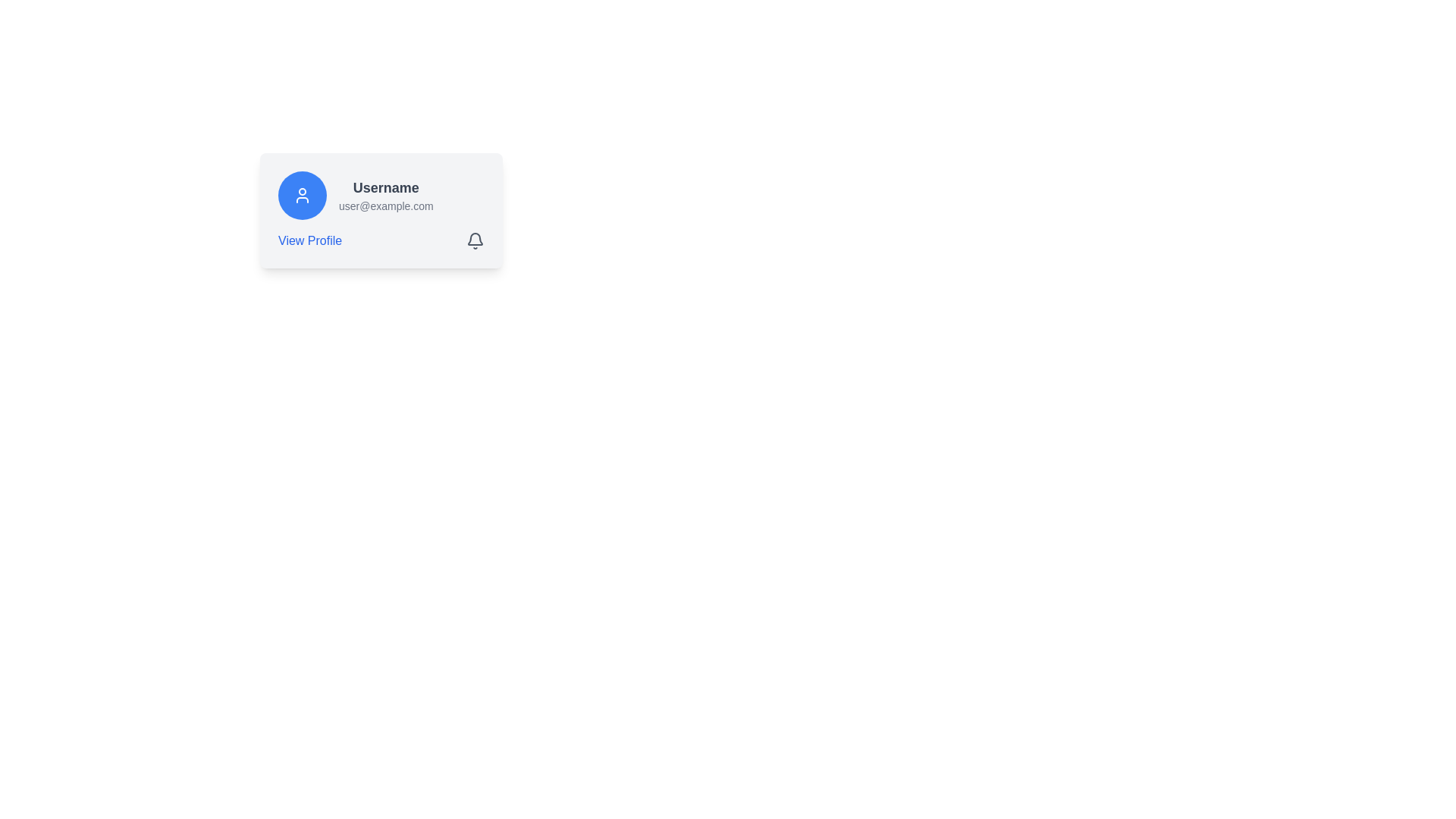 Image resolution: width=1456 pixels, height=819 pixels. I want to click on the user icon represented within a rounded blue button, located towards the left of a user card that includes username and email text elements, so click(302, 195).